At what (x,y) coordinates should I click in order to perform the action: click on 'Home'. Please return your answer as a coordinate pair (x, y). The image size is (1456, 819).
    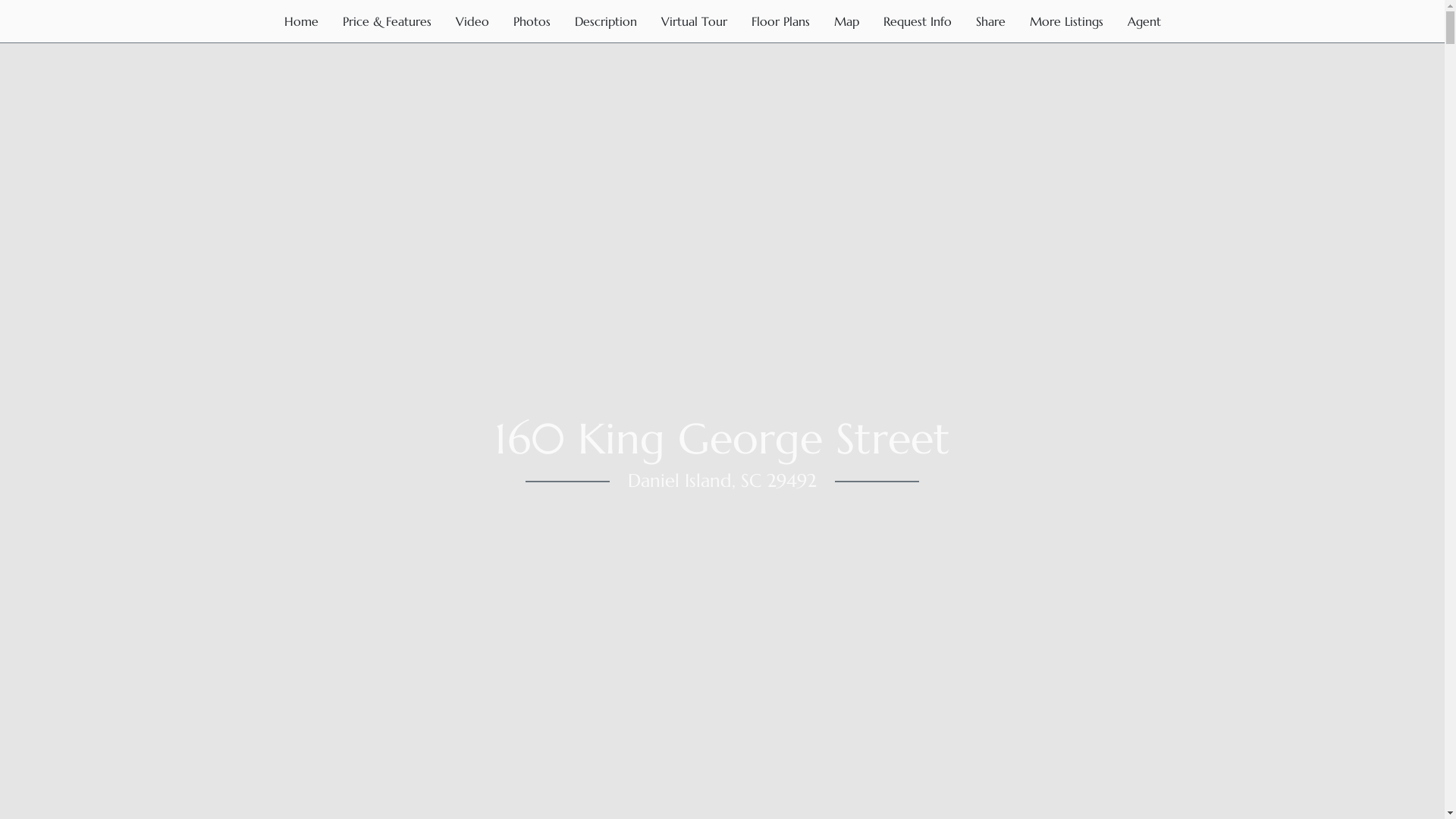
    Looking at the image, I should click on (300, 20).